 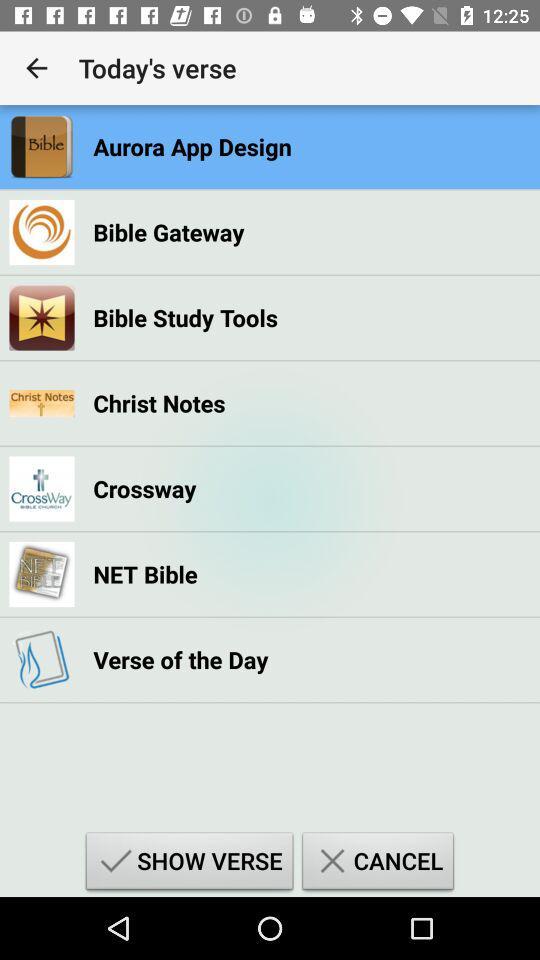 I want to click on the crossway item, so click(x=143, y=487).